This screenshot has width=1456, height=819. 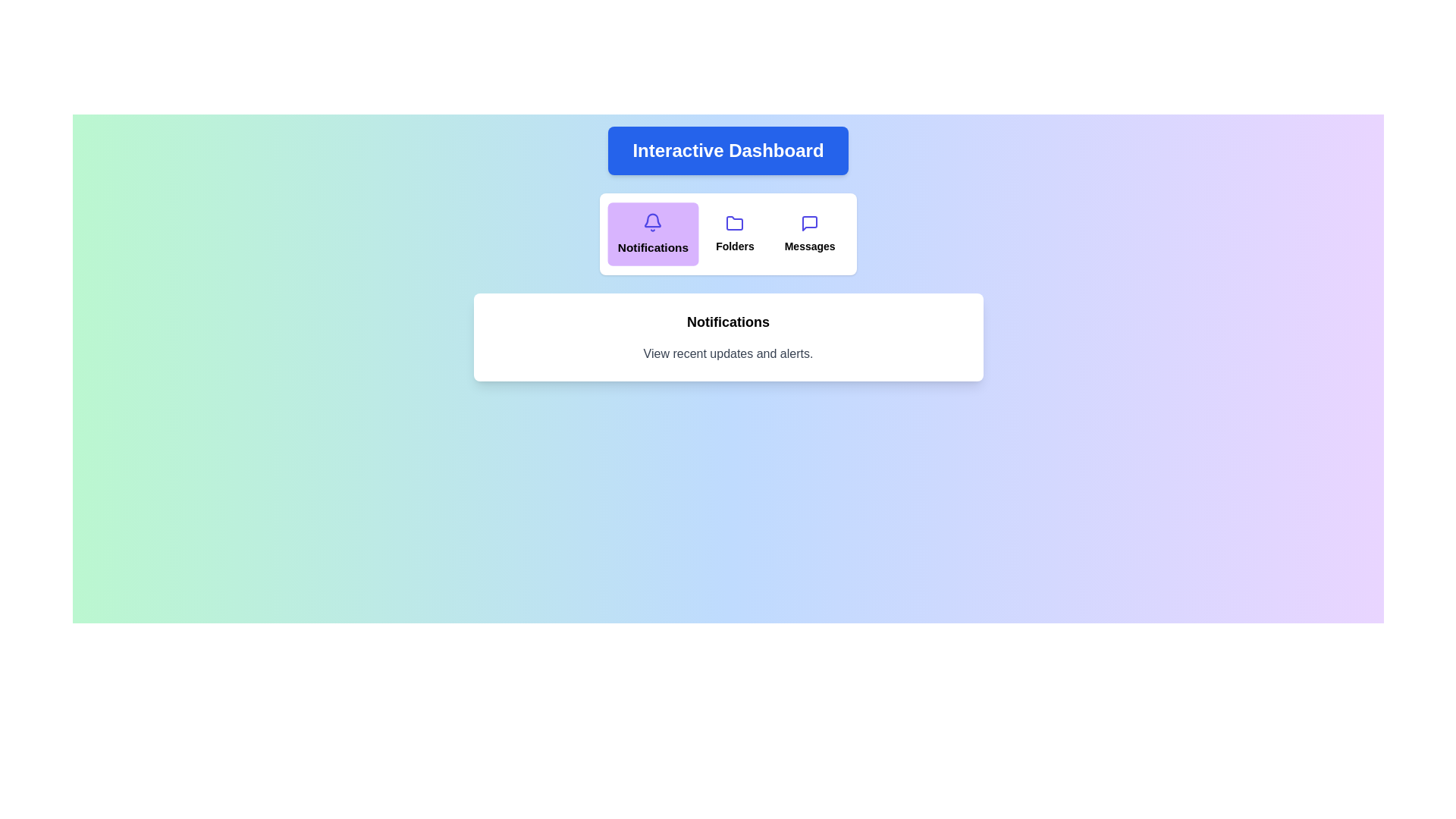 I want to click on the section labeled 'Folders' by clicking the corresponding button, so click(x=735, y=234).